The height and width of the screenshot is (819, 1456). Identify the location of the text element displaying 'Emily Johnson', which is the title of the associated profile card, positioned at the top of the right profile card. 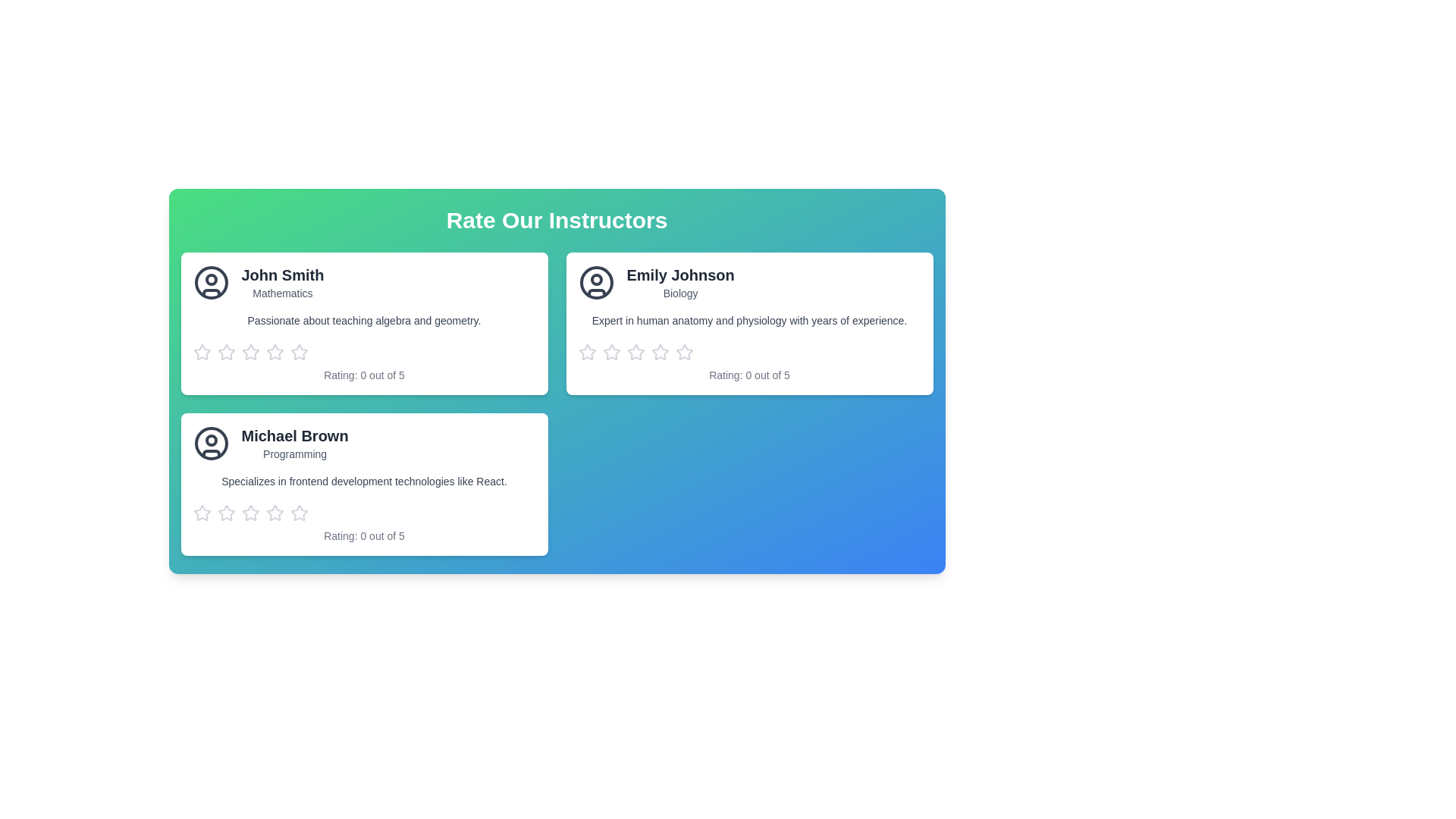
(679, 275).